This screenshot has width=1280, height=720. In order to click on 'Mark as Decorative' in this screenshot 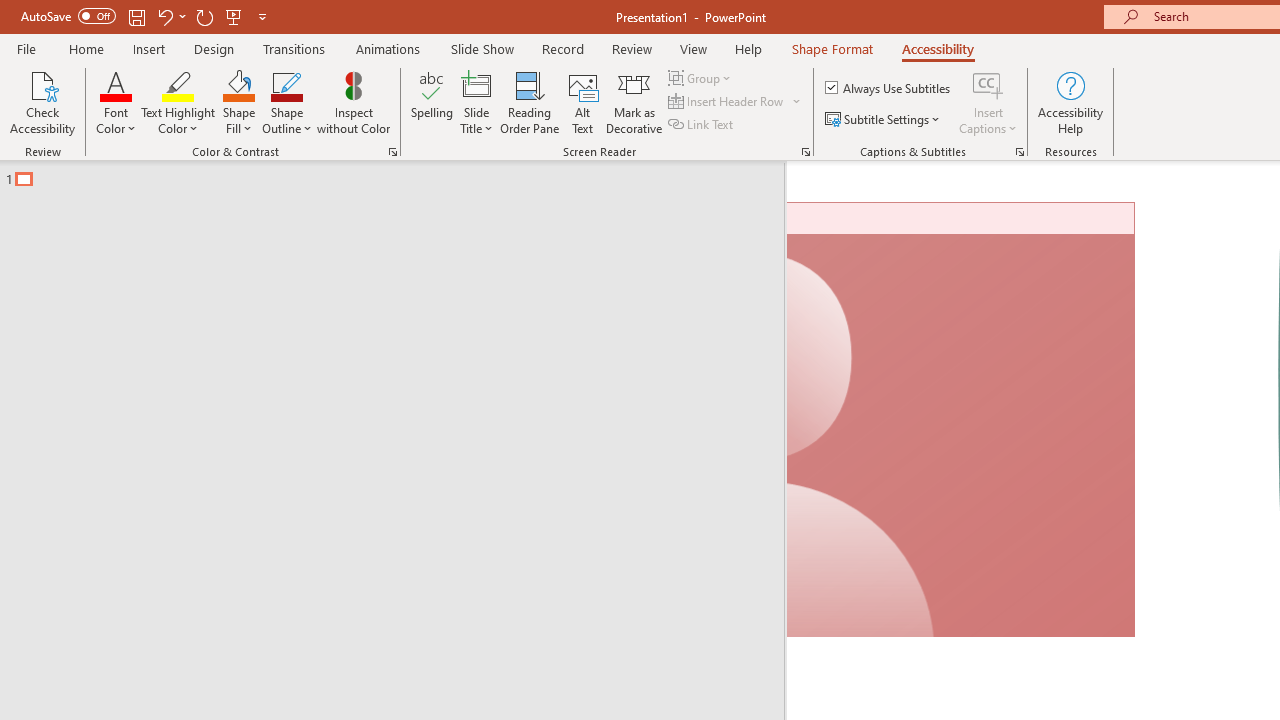, I will do `click(633, 103)`.